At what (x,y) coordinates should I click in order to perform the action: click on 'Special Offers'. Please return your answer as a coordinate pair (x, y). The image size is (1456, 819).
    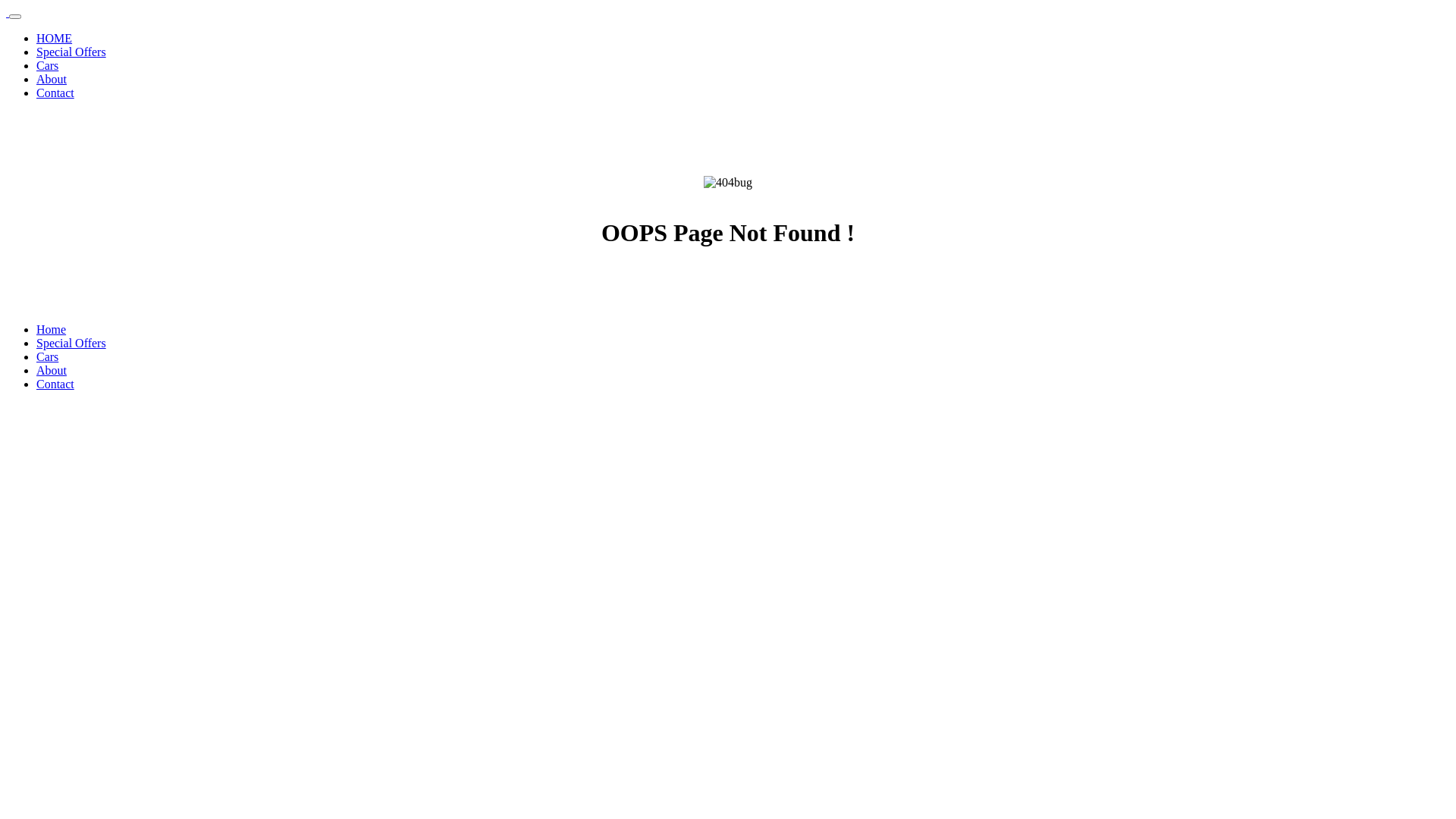
    Looking at the image, I should click on (71, 343).